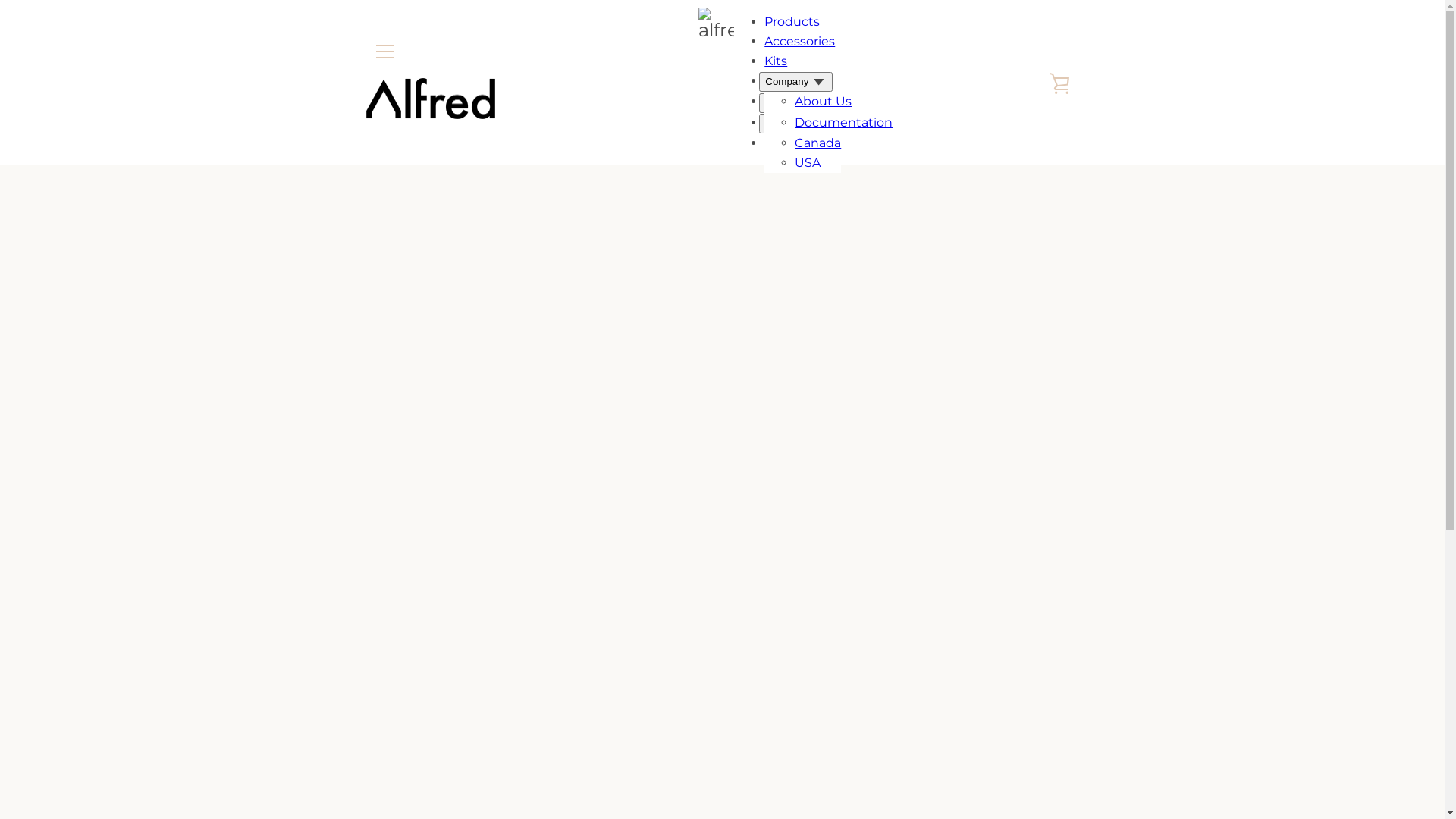 This screenshot has width=1456, height=819. I want to click on 'Company, so click(759, 82).